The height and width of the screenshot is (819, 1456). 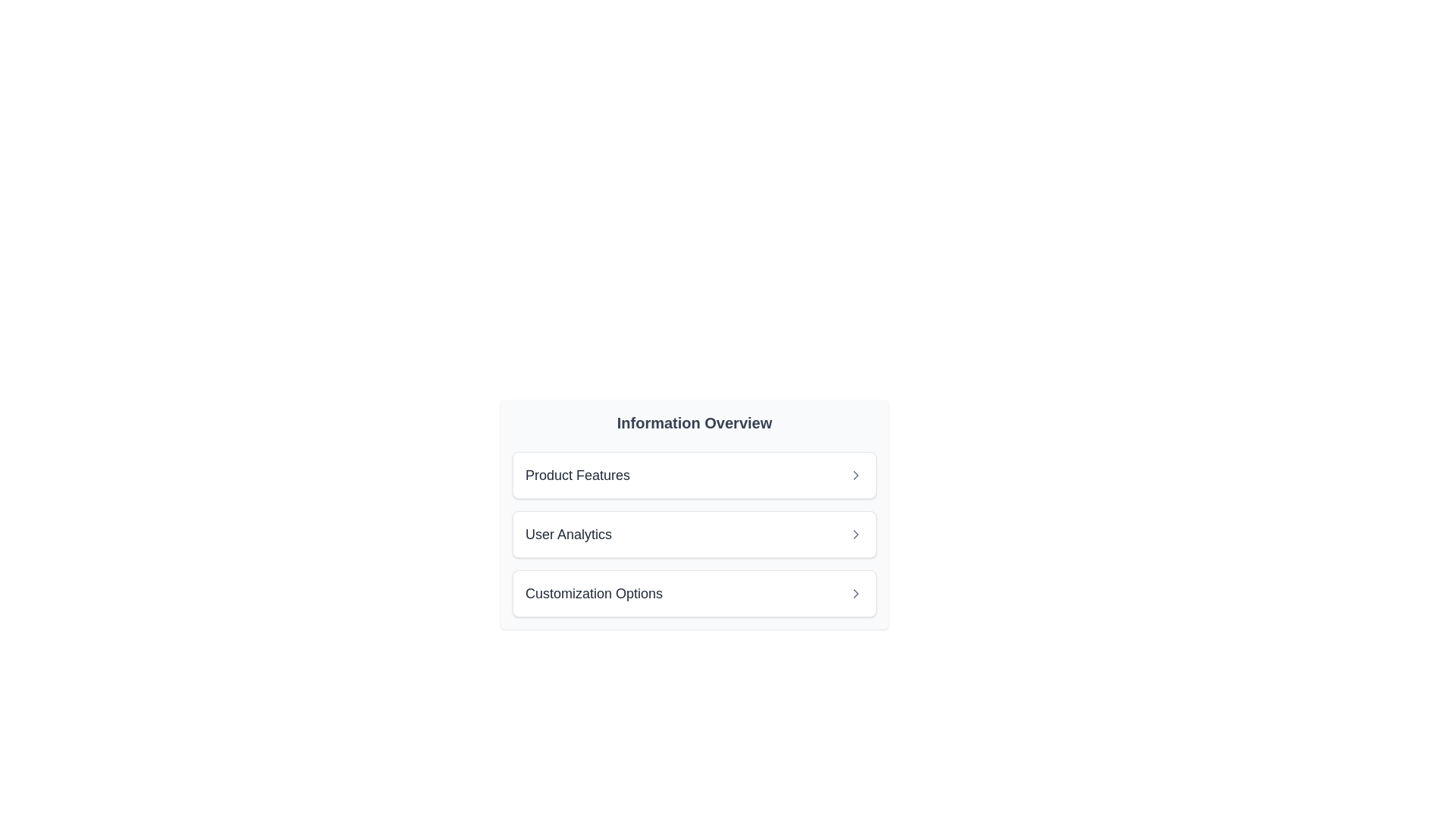 What do you see at coordinates (694, 534) in the screenshot?
I see `to select the 'User Analytics' option, which is the second entry in the vertically stacked list under the 'Information Overview' panel` at bounding box center [694, 534].